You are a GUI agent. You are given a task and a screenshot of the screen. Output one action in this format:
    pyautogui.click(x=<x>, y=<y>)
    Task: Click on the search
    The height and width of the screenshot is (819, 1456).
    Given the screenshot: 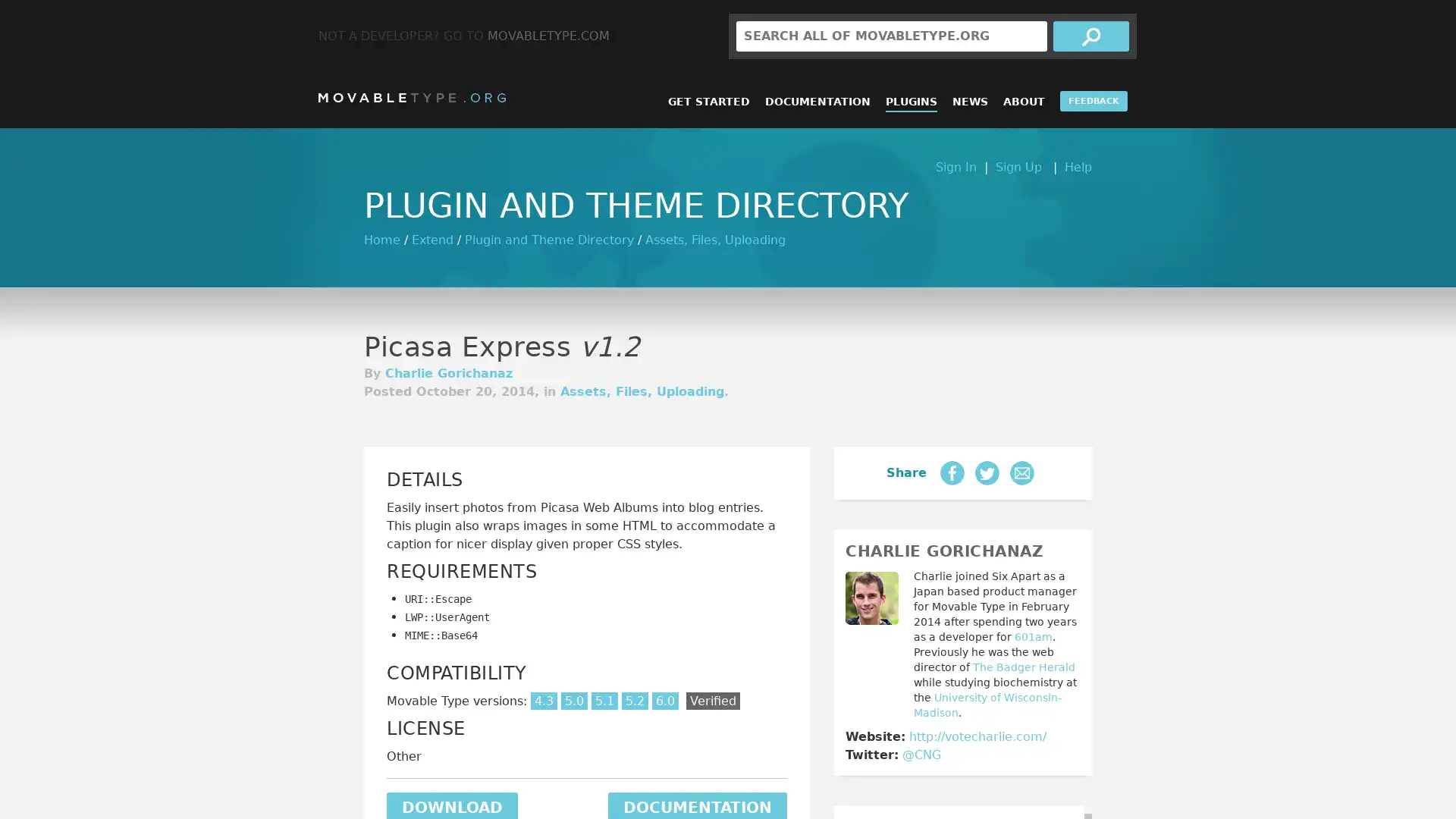 What is the action you would take?
    pyautogui.click(x=1090, y=35)
    